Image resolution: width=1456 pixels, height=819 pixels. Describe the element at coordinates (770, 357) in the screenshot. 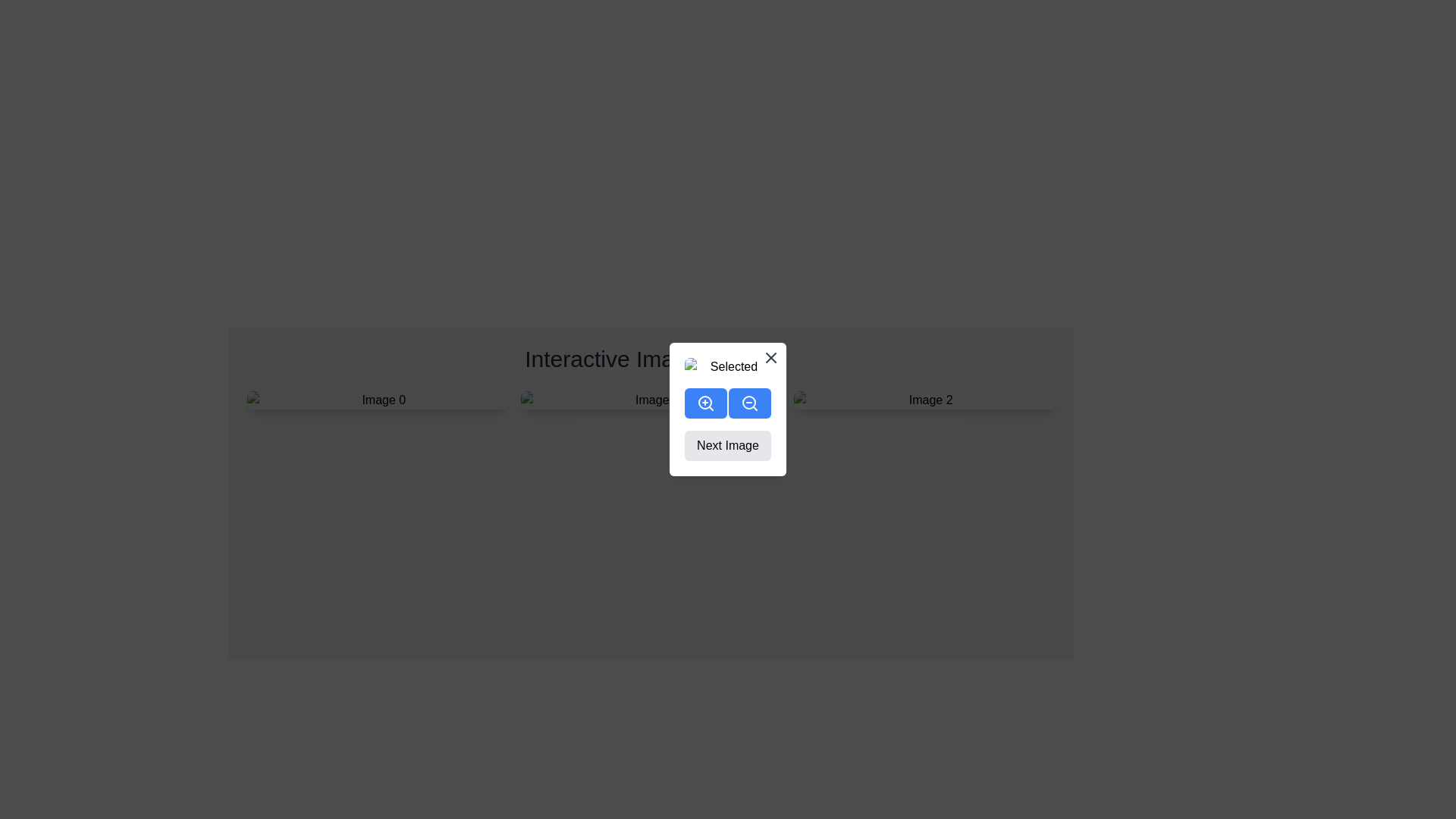

I see `the close icon located in the top-right corner of the dialog box` at that location.